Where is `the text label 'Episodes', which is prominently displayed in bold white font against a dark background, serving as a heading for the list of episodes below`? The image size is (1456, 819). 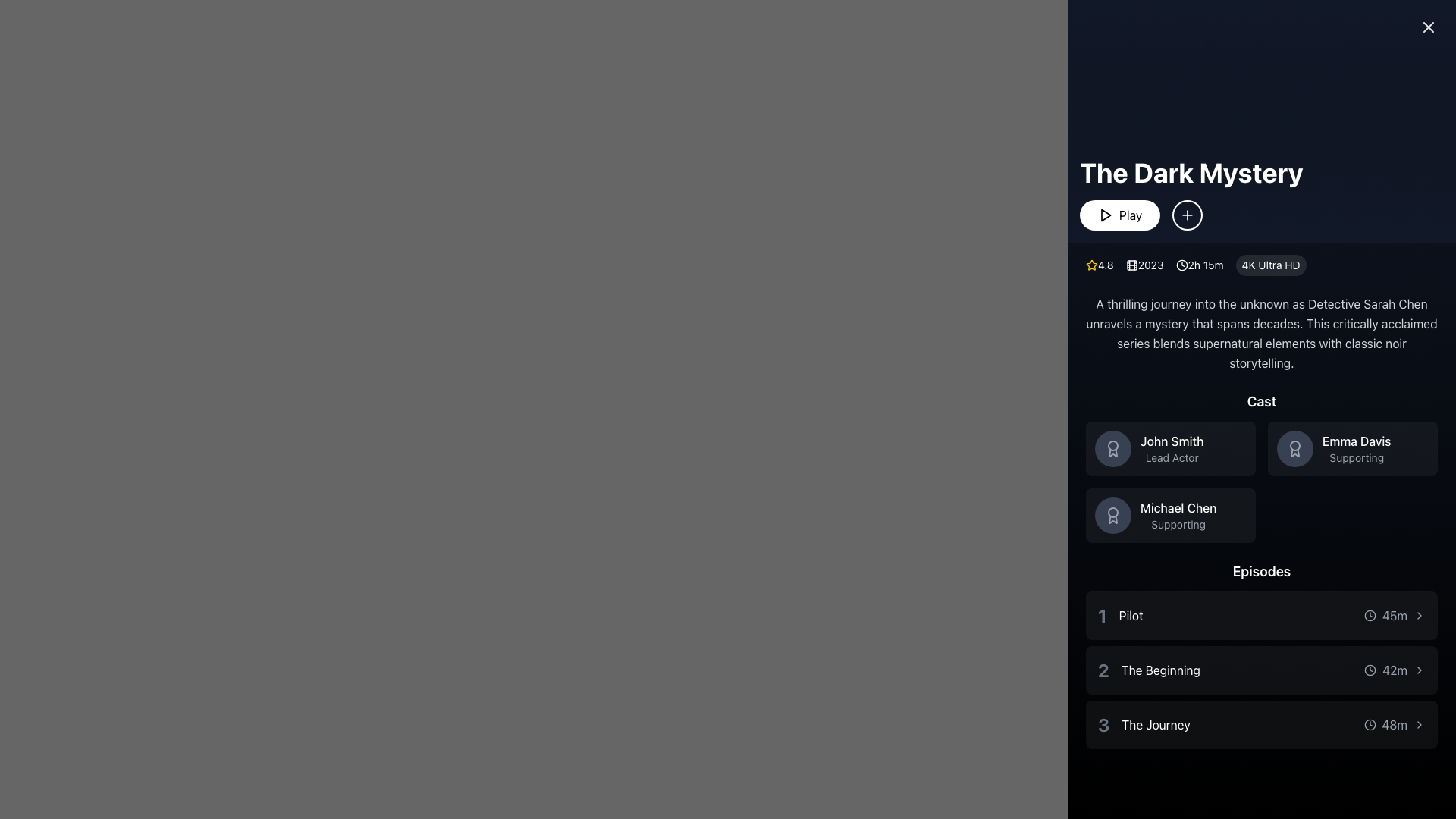 the text label 'Episodes', which is prominently displayed in bold white font against a dark background, serving as a heading for the list of episodes below is located at coordinates (1262, 571).